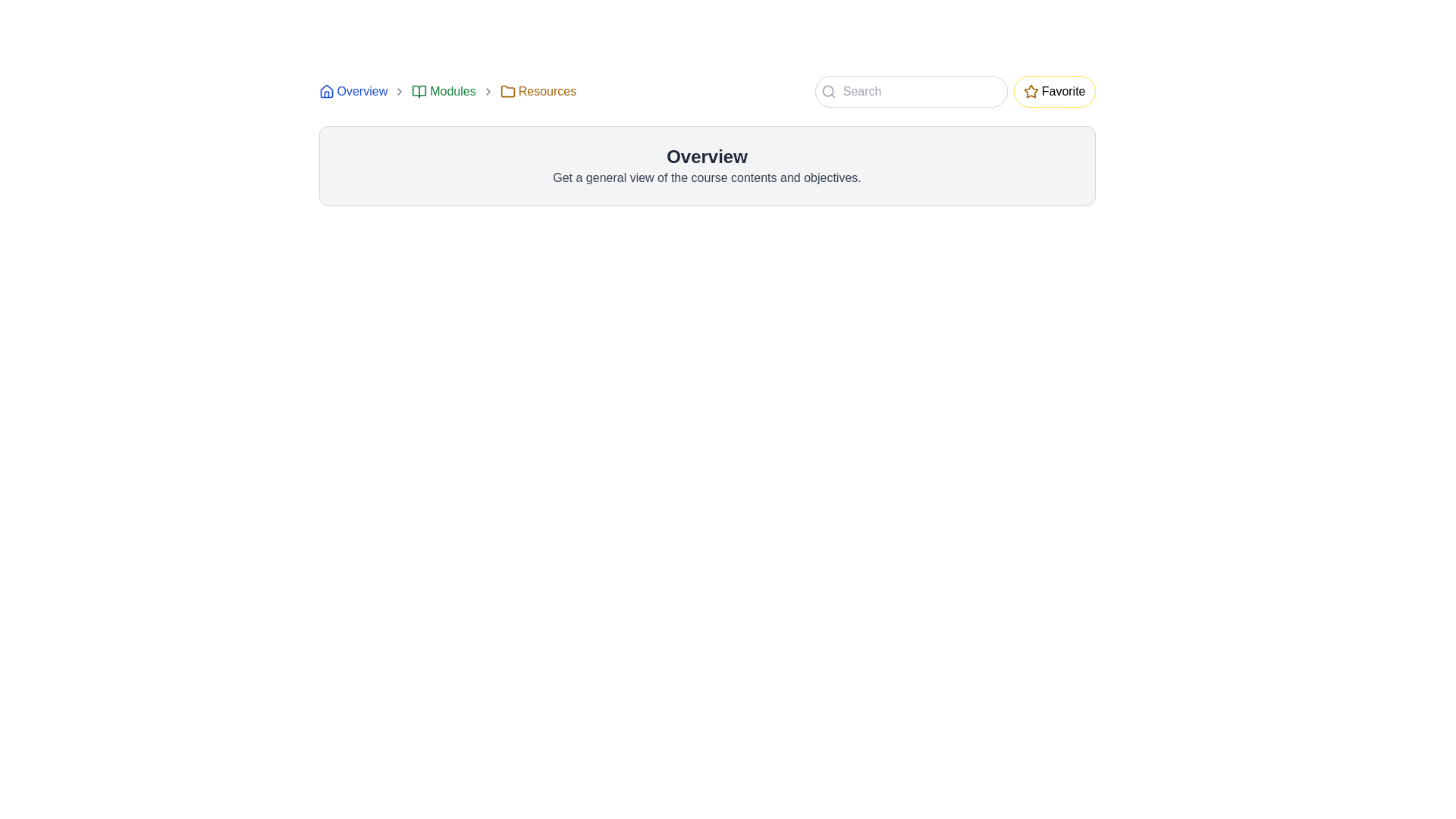 The image size is (1456, 819). Describe the element at coordinates (400, 91) in the screenshot. I see `the small right-facing chevron icon in the breadcrumb navigation interface, which is positioned between the 'Overview' and 'Modules' links` at that location.